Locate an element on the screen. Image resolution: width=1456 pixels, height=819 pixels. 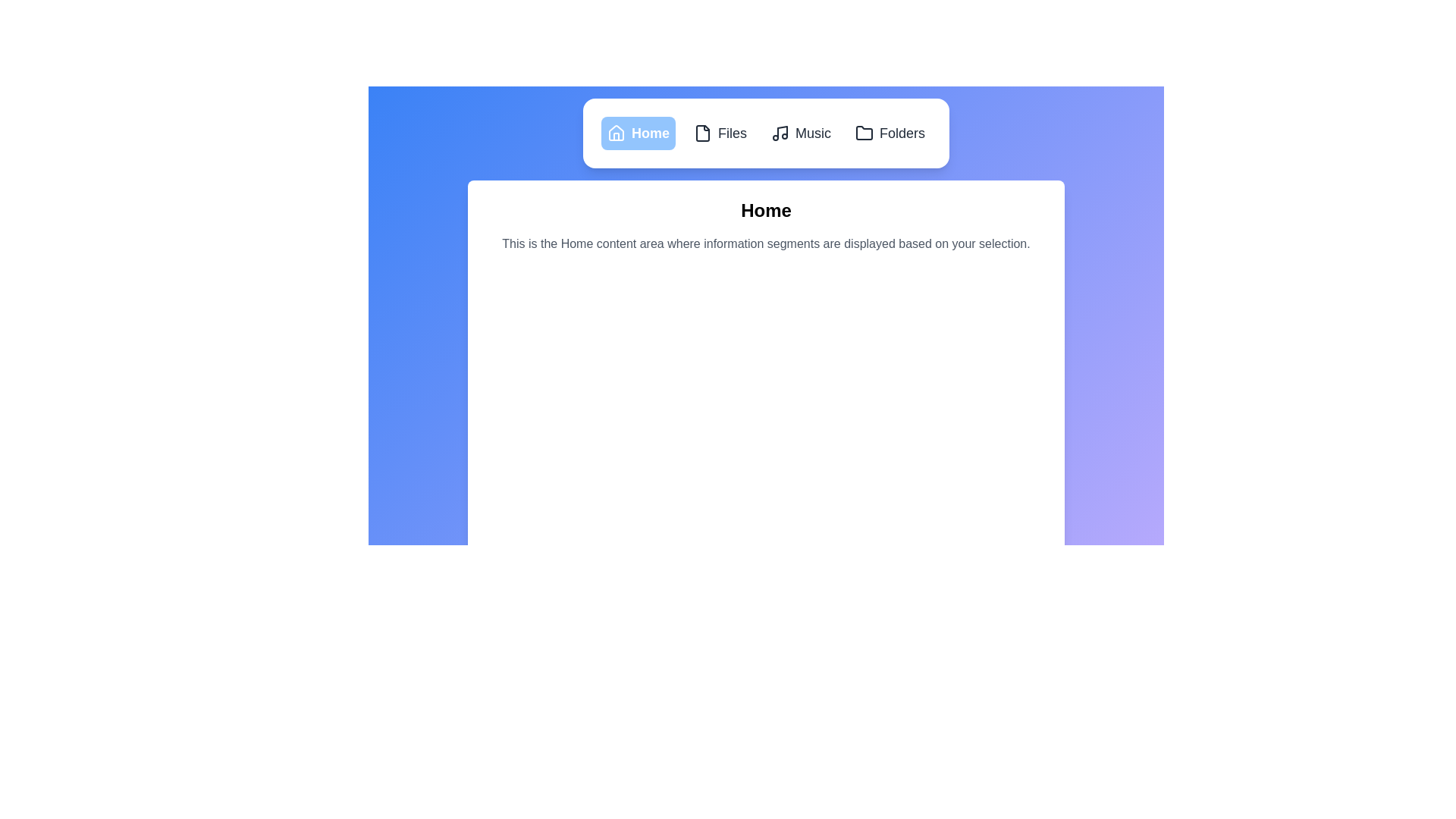
the Music tab to observe visual feedback is located at coordinates (800, 133).